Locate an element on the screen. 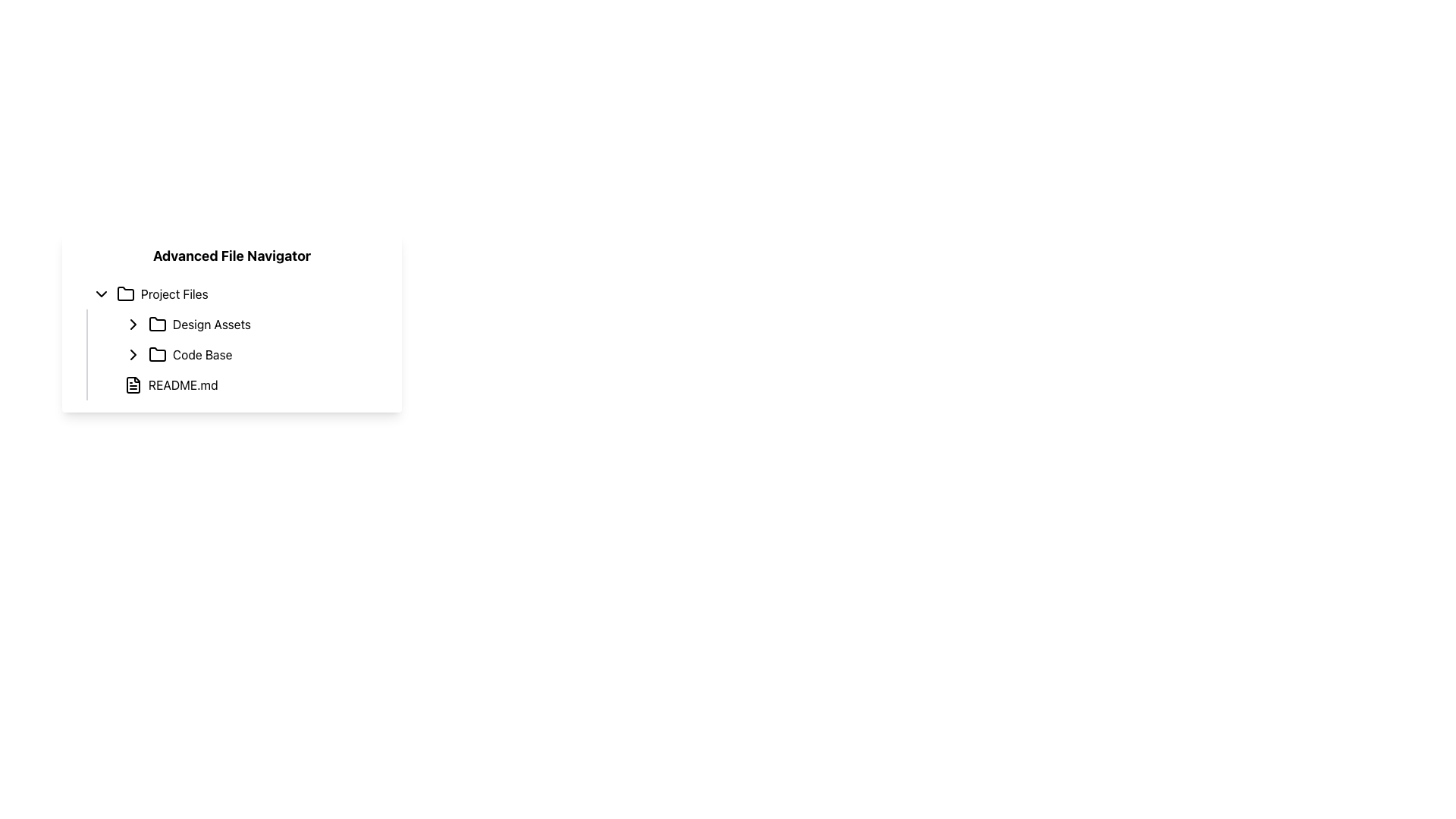  the right-pointing chevron icon located adjacent to the 'Code Base' label is located at coordinates (133, 354).